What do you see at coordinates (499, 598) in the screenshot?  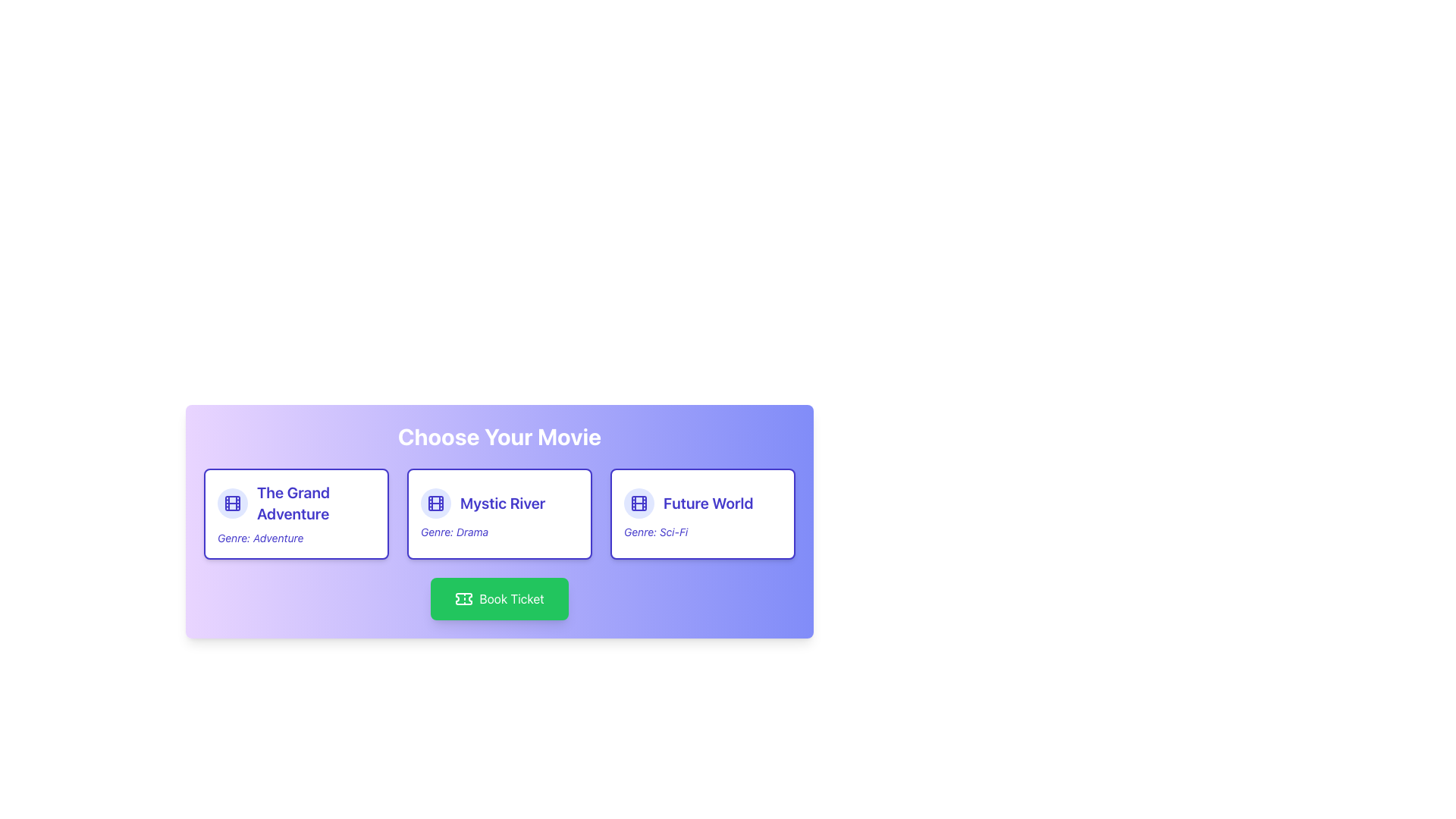 I see `the distinct green rectangular button labeled 'Book Ticket' to observe its hover effects` at bounding box center [499, 598].